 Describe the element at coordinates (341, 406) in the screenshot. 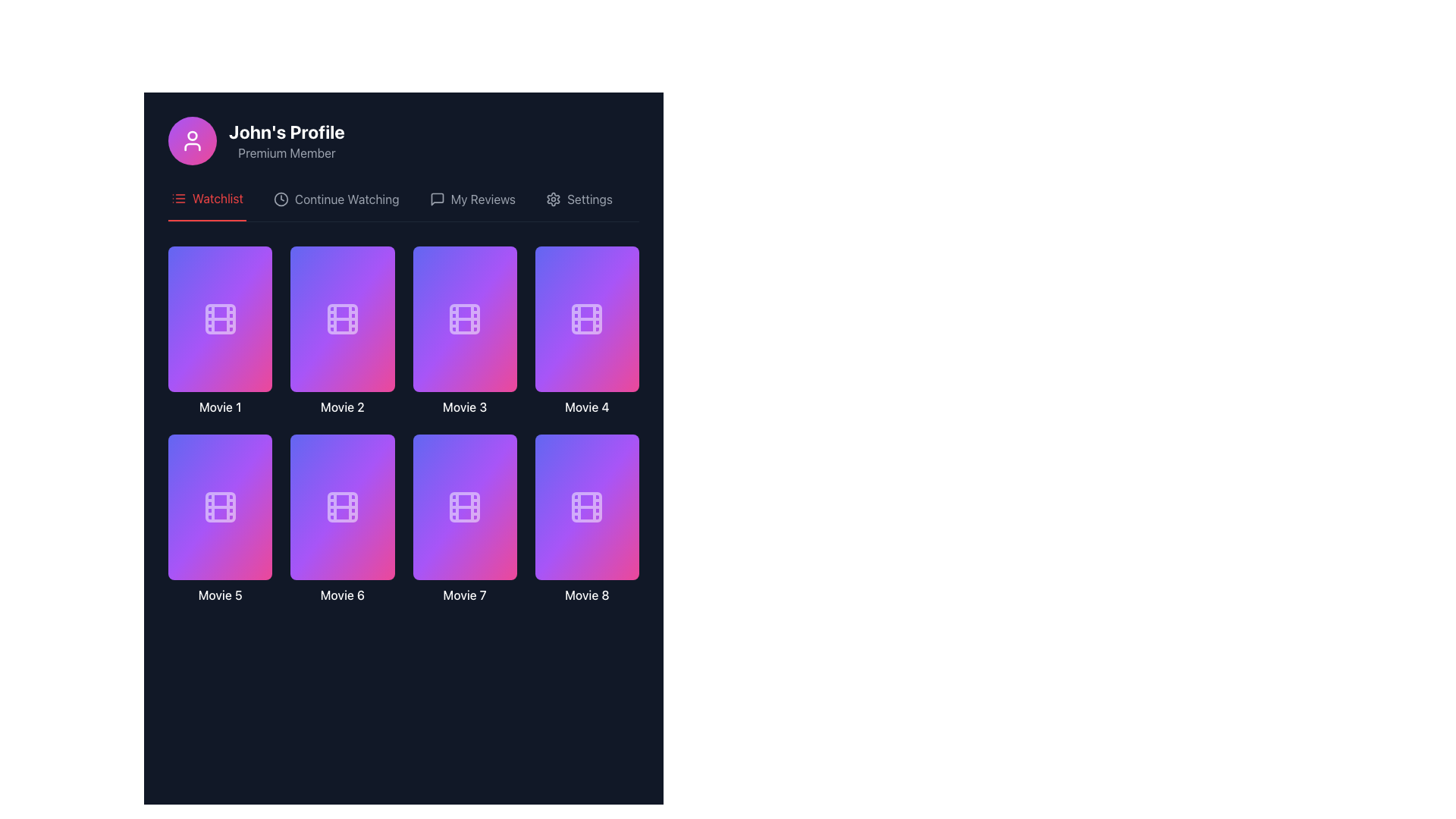

I see `the text label that displays 'Movie 2', which is located below the corresponding movie card in the second column of a 4x2 grid layout` at that location.